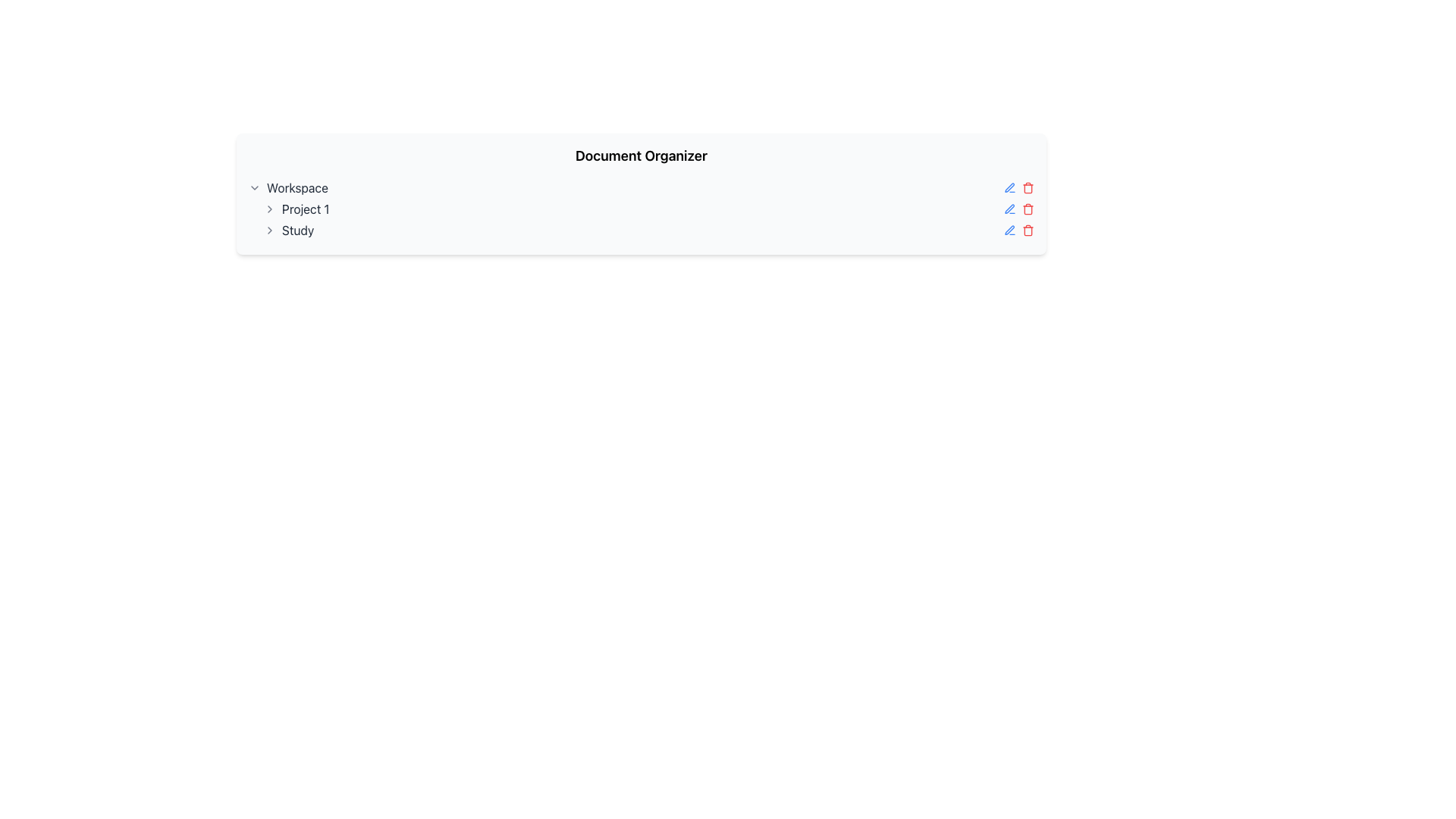  Describe the element at coordinates (269, 231) in the screenshot. I see `the chevron icon located to the left of the 'Study' text` at that location.